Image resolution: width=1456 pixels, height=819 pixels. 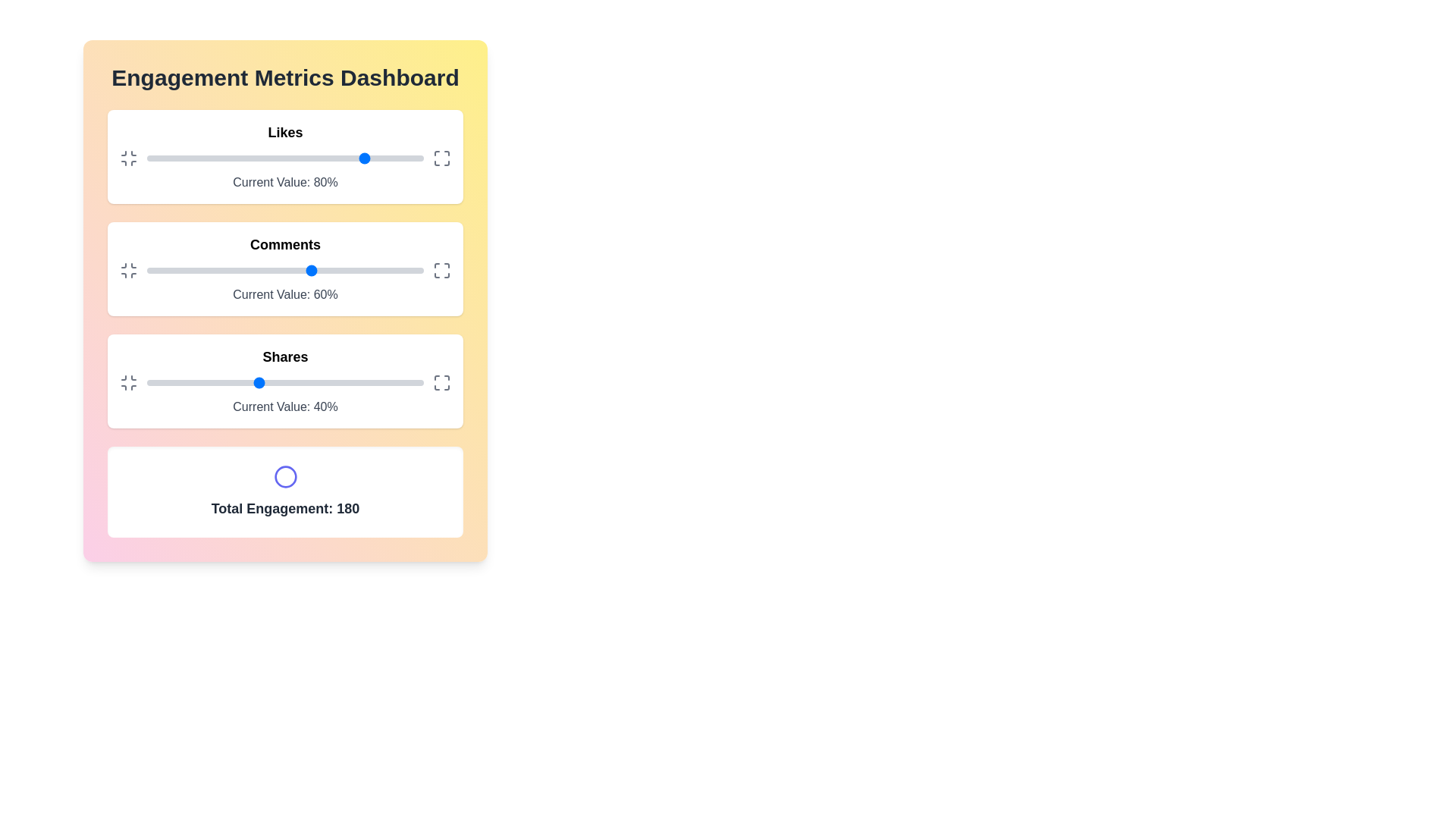 What do you see at coordinates (246, 382) in the screenshot?
I see `the 'Shares' slider` at bounding box center [246, 382].